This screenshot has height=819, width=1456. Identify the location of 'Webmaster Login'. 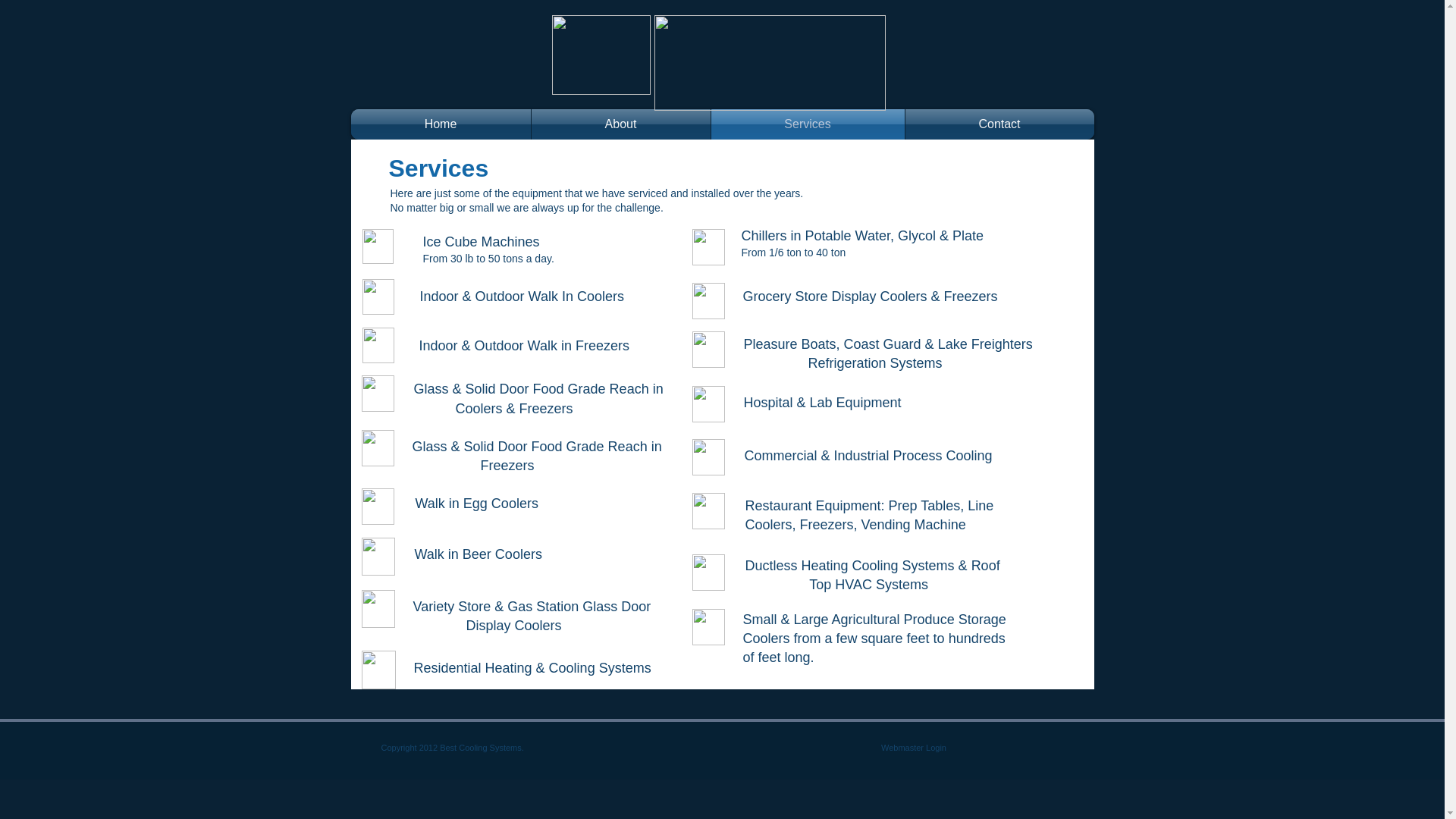
(912, 748).